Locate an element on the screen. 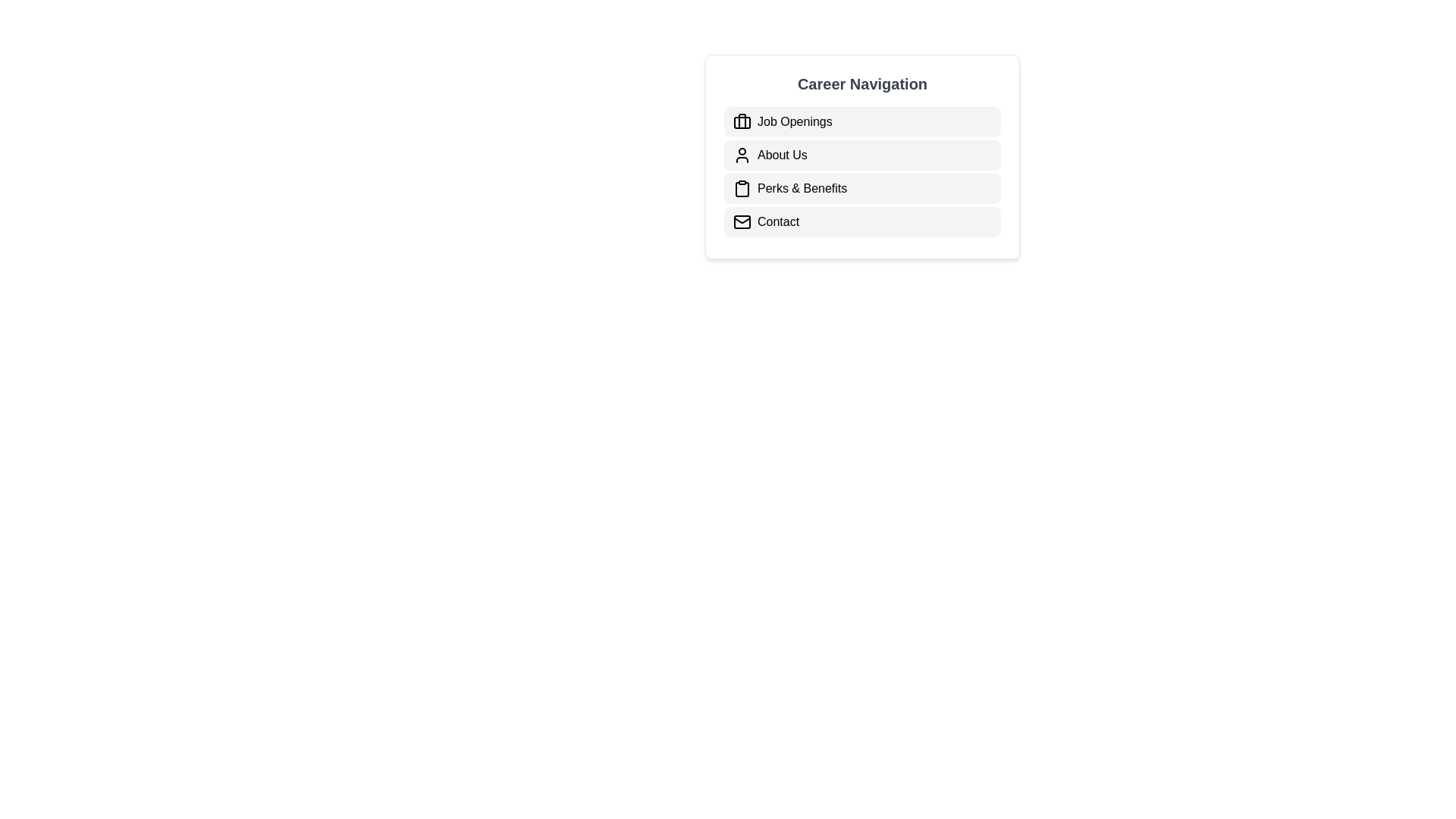 The image size is (1456, 819). the user profile icon, which is a simple line-art design representing a person's head and shoulders, located to the left of the 'About Us' text in the 'Career Navigation' menu is located at coordinates (742, 155).